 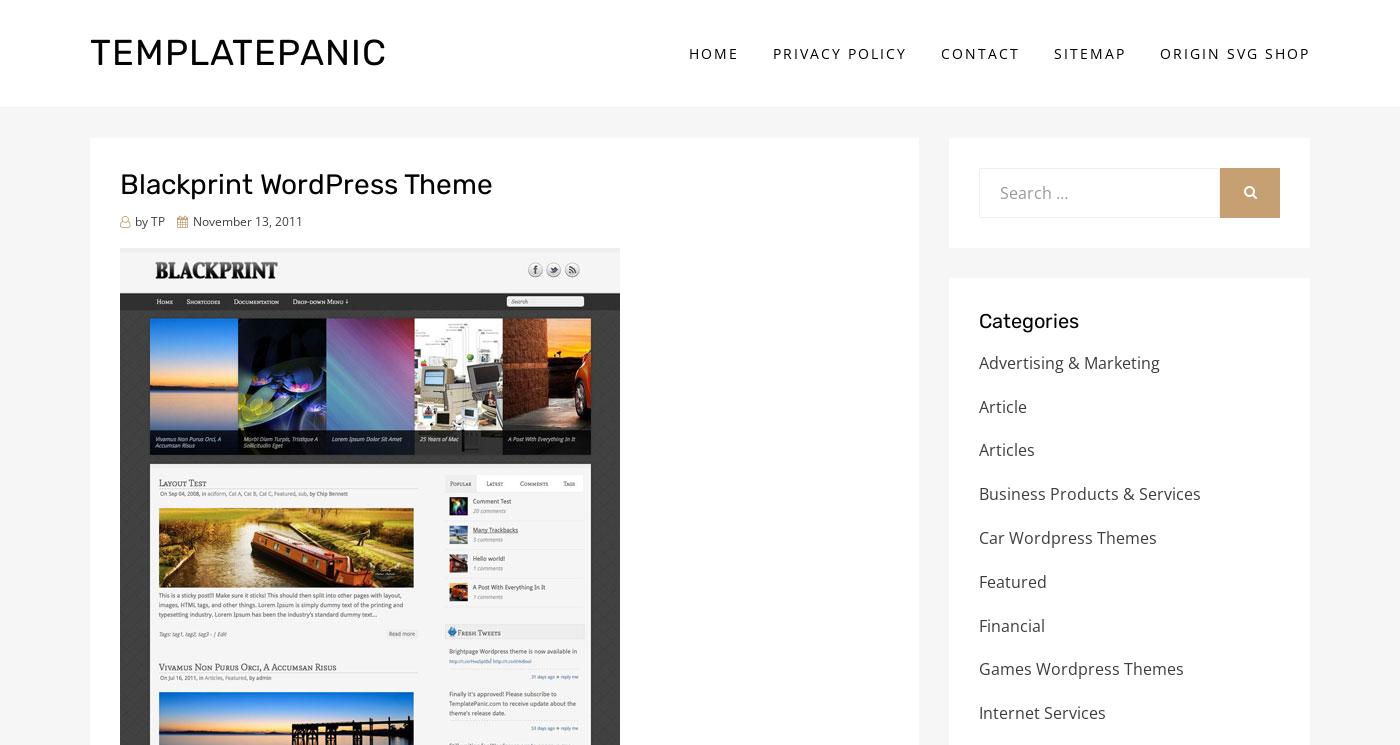 I want to click on 'Financial', so click(x=1012, y=624).